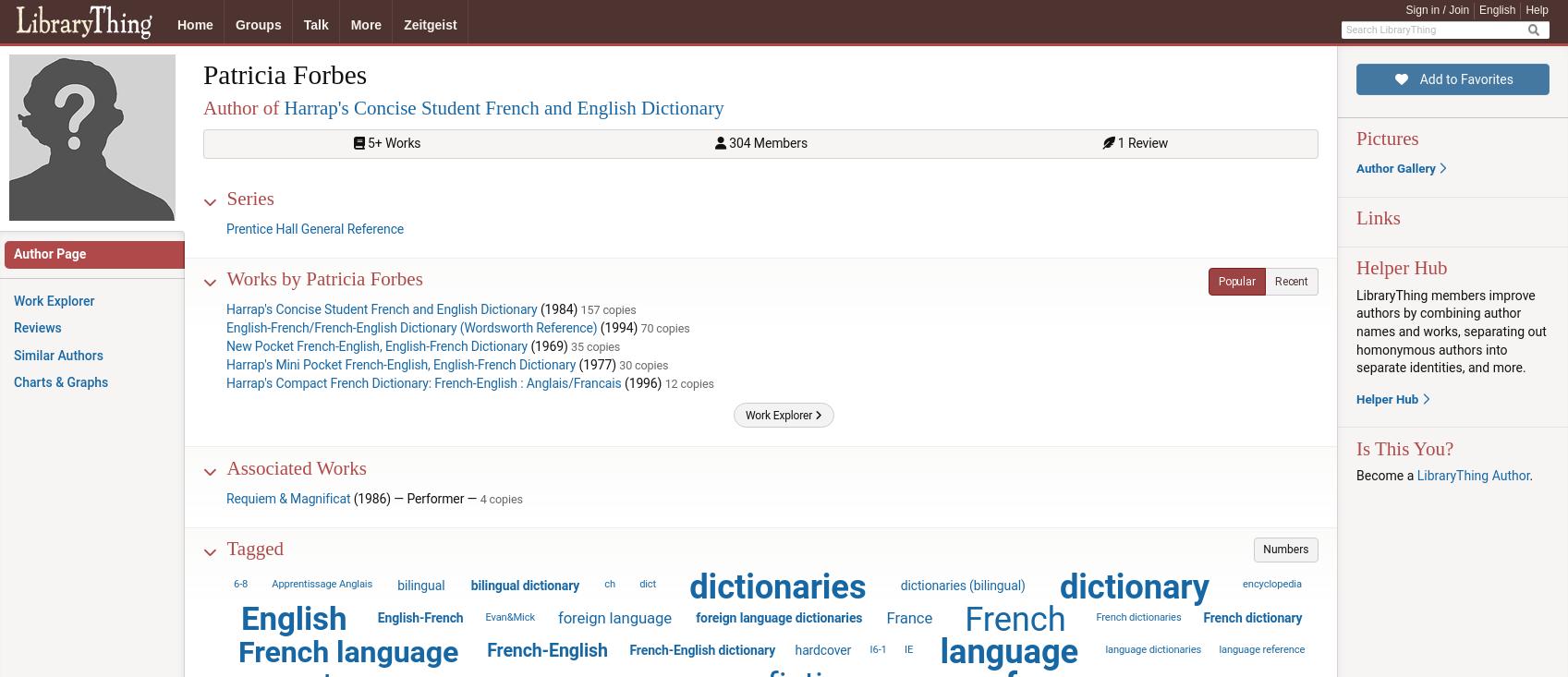  Describe the element at coordinates (363, 142) in the screenshot. I see `'5+ Works'` at that location.